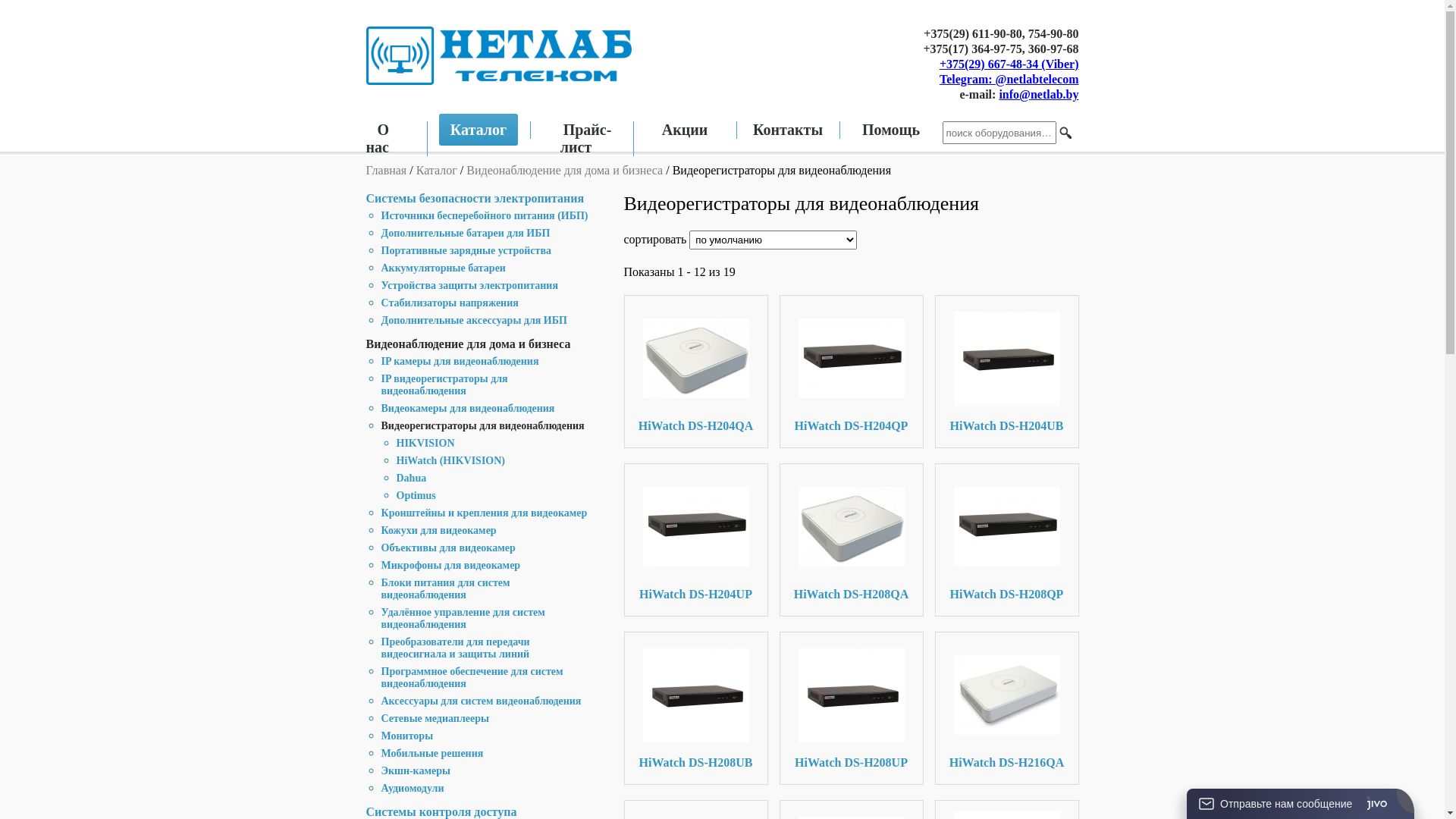 Image resolution: width=1456 pixels, height=819 pixels. I want to click on 'HiWatch DS-H204QP', so click(852, 426).